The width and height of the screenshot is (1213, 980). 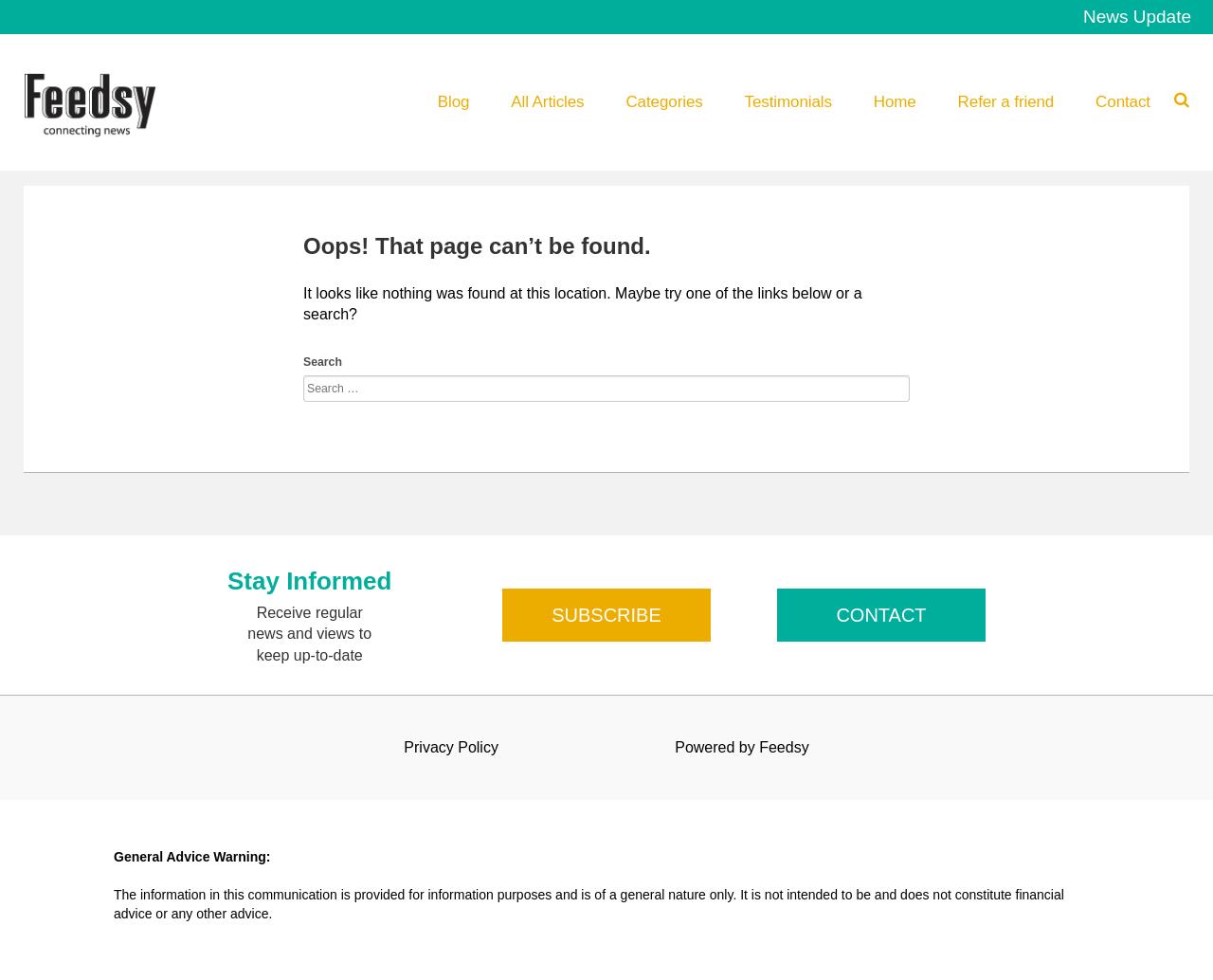 What do you see at coordinates (1004, 101) in the screenshot?
I see `'Refer a friend'` at bounding box center [1004, 101].